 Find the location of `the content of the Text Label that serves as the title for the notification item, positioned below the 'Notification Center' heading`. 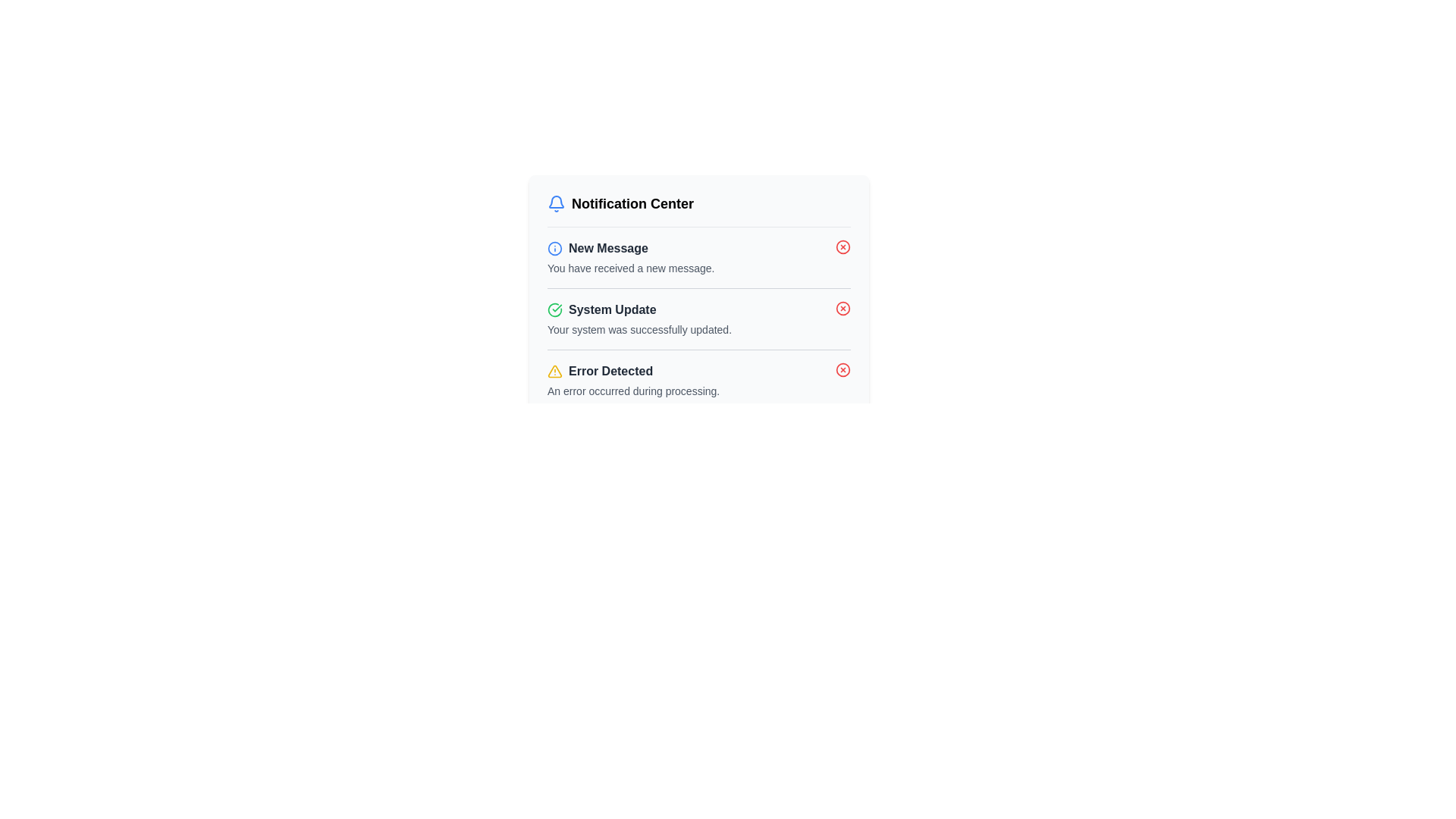

the content of the Text Label that serves as the title for the notification item, positioned below the 'Notification Center' heading is located at coordinates (608, 247).